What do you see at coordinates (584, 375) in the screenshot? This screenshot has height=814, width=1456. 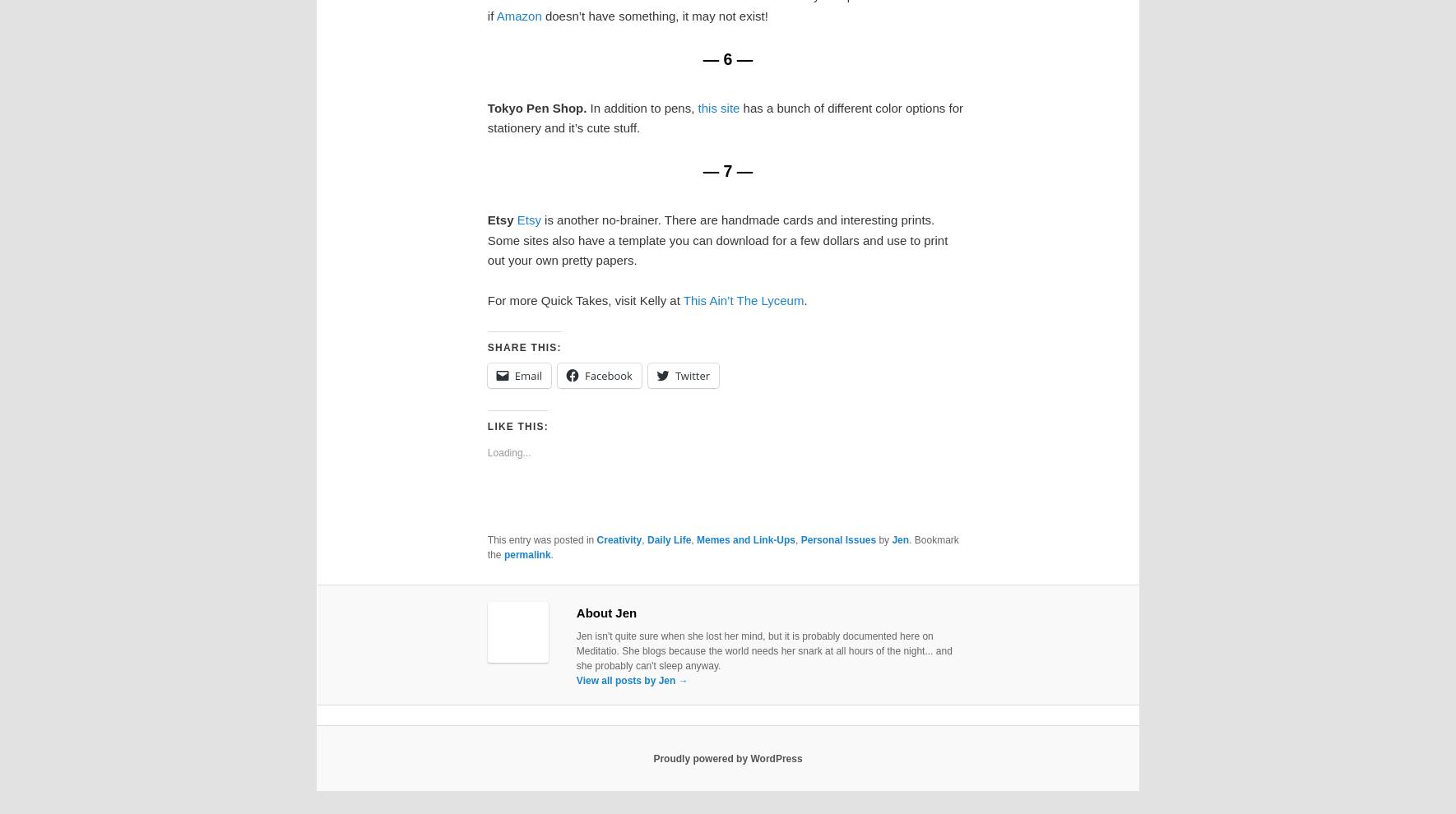 I see `'Facebook'` at bounding box center [584, 375].